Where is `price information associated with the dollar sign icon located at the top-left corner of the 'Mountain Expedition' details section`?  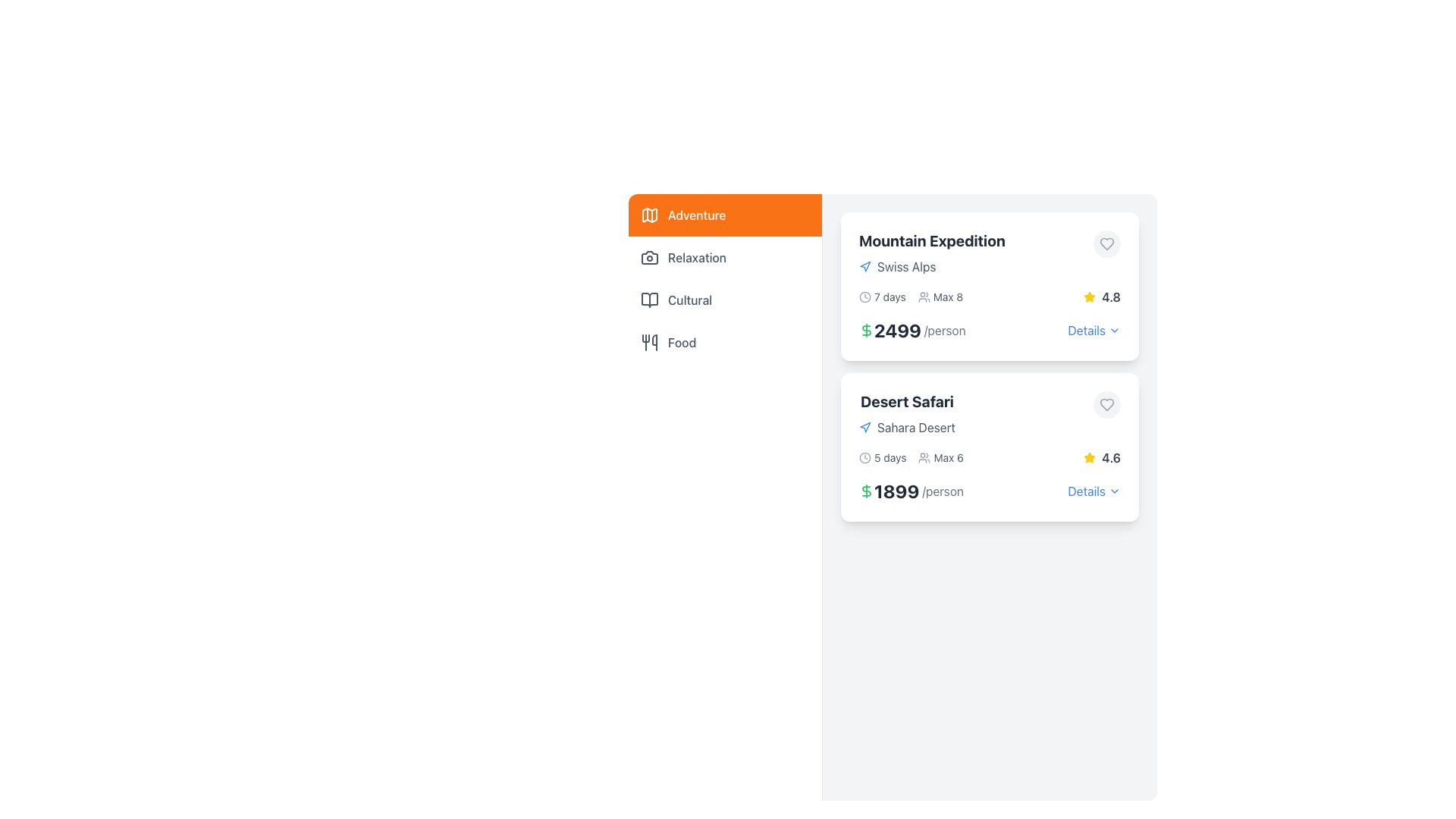 price information associated with the dollar sign icon located at the top-left corner of the 'Mountain Expedition' details section is located at coordinates (866, 329).